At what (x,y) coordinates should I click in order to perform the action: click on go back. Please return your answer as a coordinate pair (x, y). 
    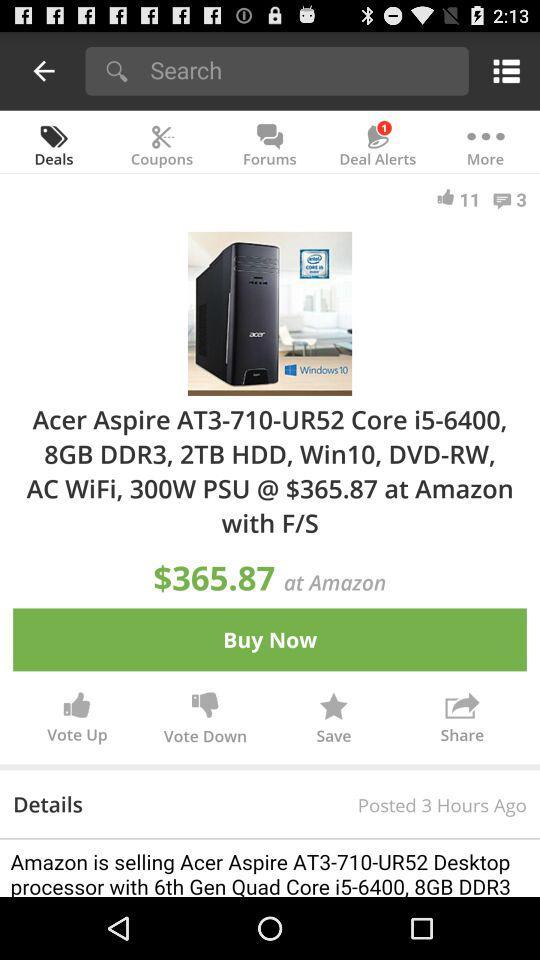
    Looking at the image, I should click on (44, 70).